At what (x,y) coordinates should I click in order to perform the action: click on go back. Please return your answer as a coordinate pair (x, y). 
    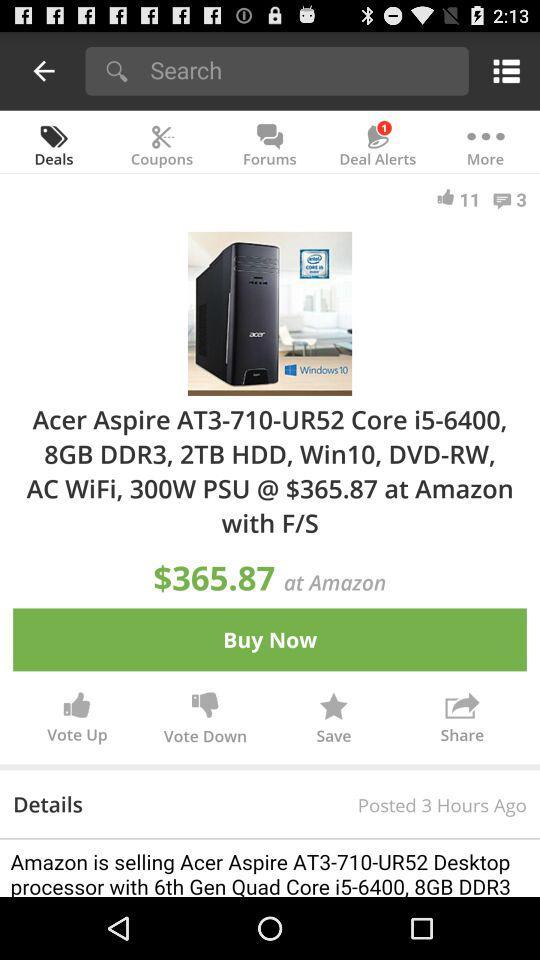
    Looking at the image, I should click on (44, 70).